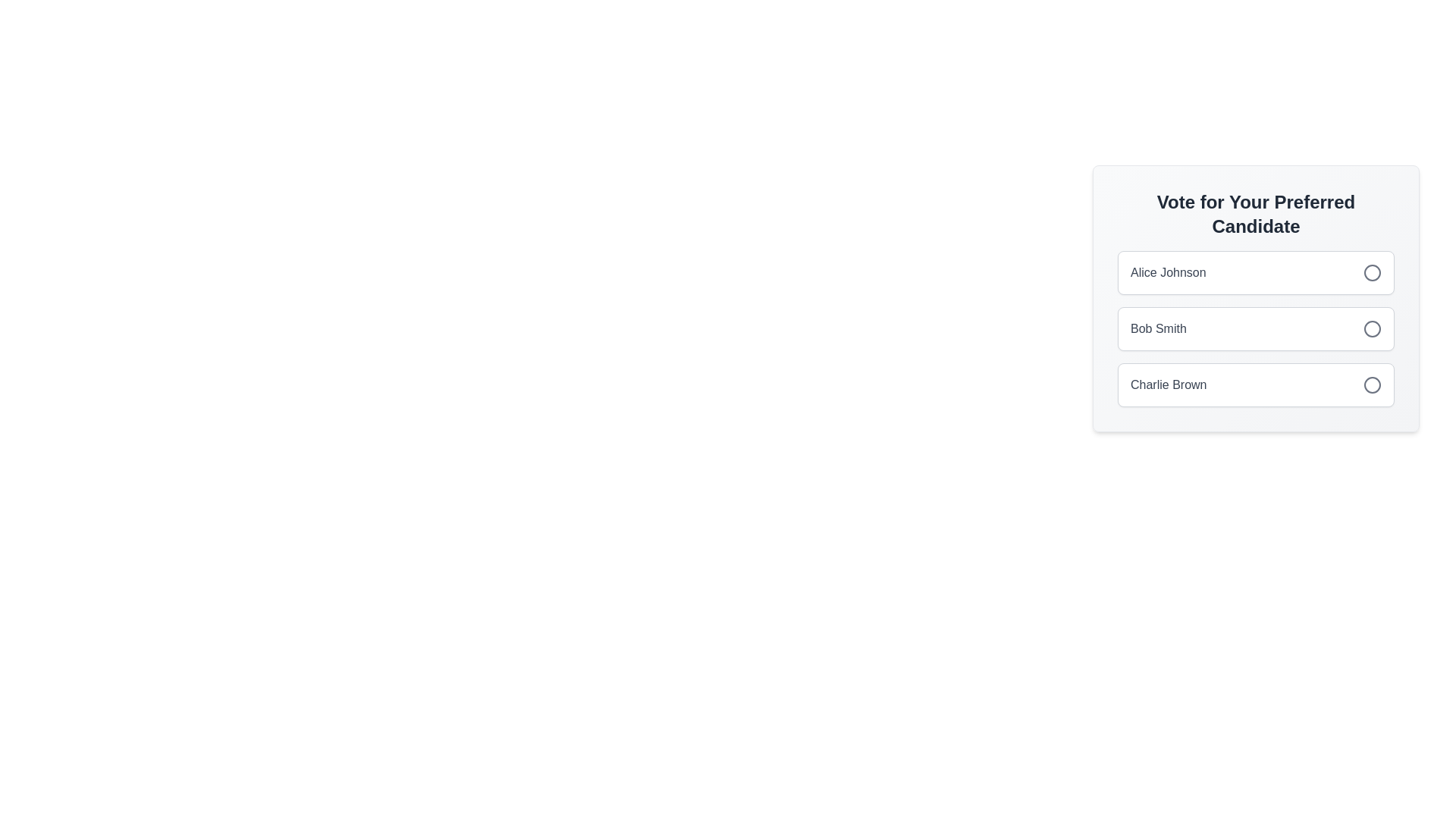 This screenshot has width=1456, height=819. What do you see at coordinates (1372, 271) in the screenshot?
I see `the gray outlined circle of the radio button indicator` at bounding box center [1372, 271].